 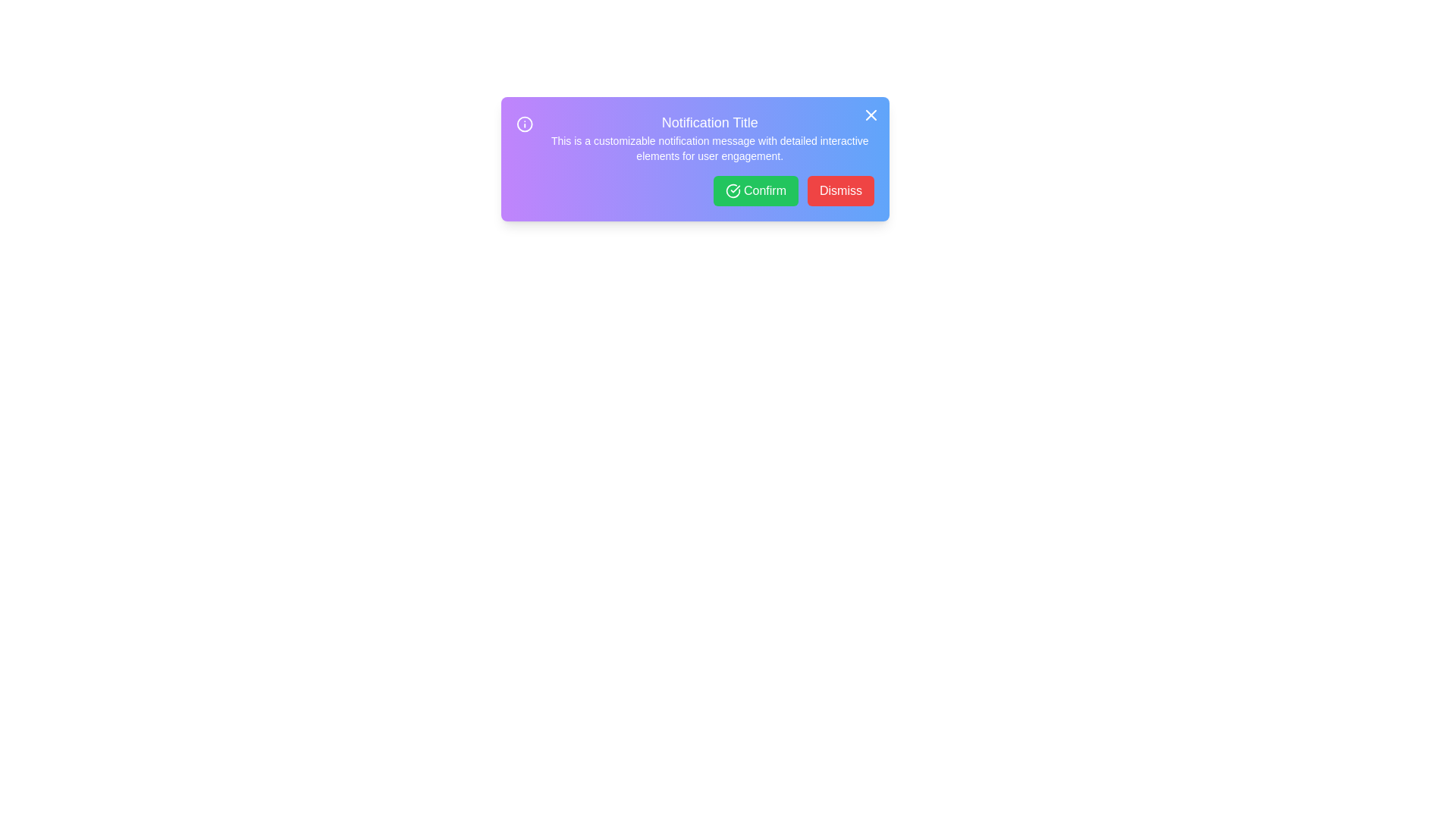 What do you see at coordinates (871, 114) in the screenshot?
I see `the 'X' button in the top-right corner of the notification to close it` at bounding box center [871, 114].